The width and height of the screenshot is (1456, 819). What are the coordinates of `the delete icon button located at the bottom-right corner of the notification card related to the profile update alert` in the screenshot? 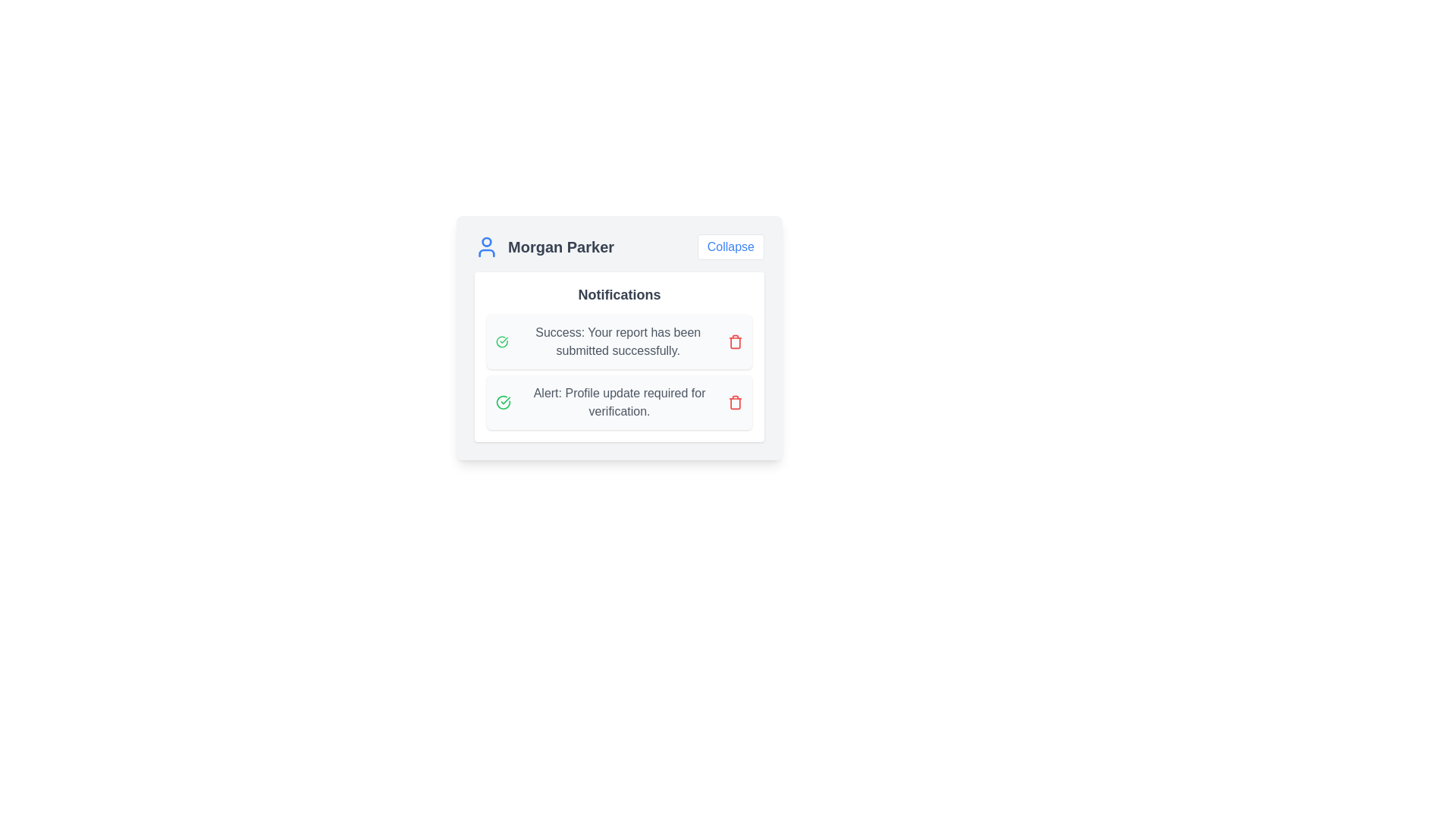 It's located at (735, 402).